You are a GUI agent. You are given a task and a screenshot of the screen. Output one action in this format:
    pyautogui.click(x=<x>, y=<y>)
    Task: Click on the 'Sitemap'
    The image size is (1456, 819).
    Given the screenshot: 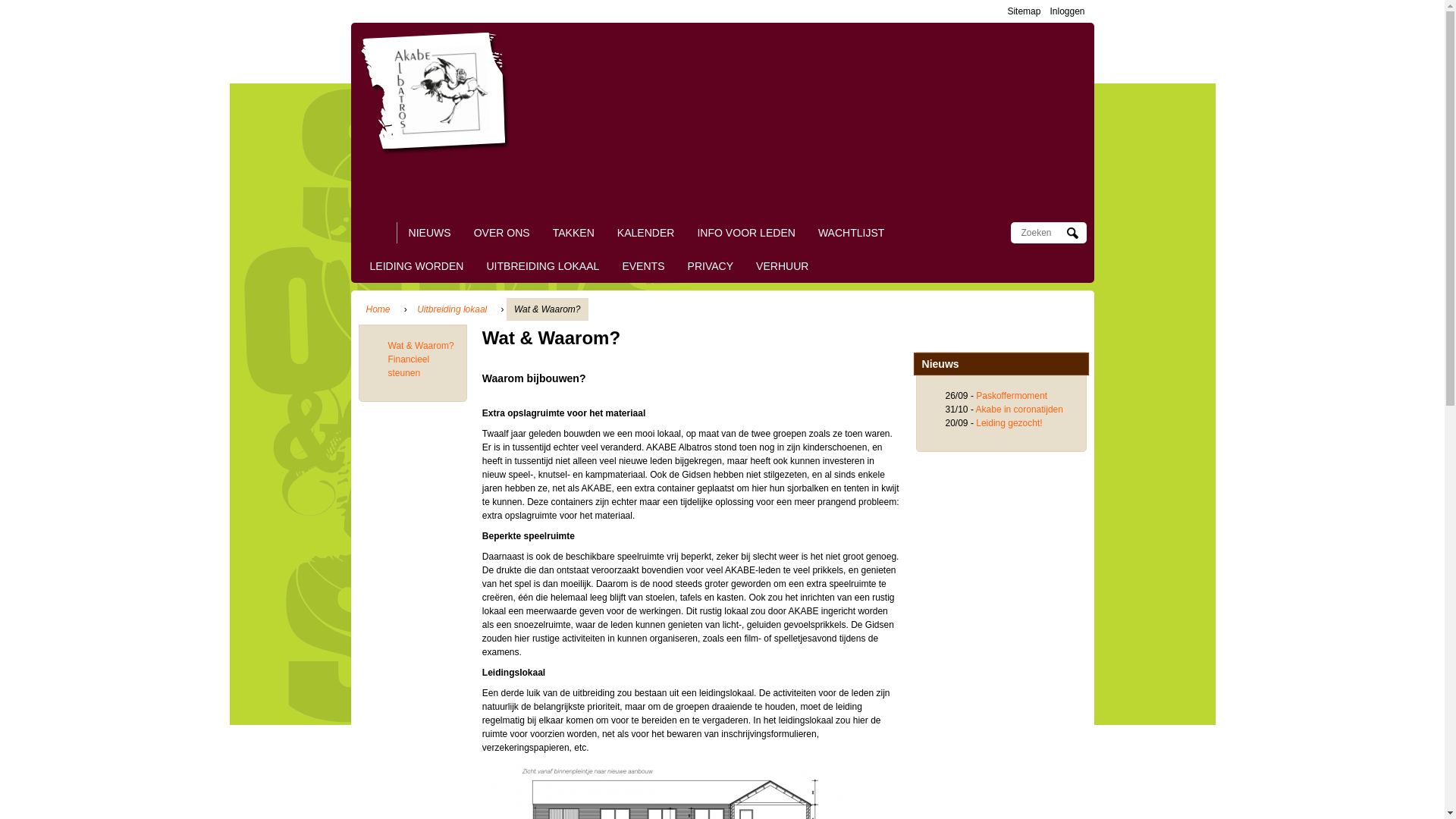 What is the action you would take?
    pyautogui.click(x=1023, y=11)
    